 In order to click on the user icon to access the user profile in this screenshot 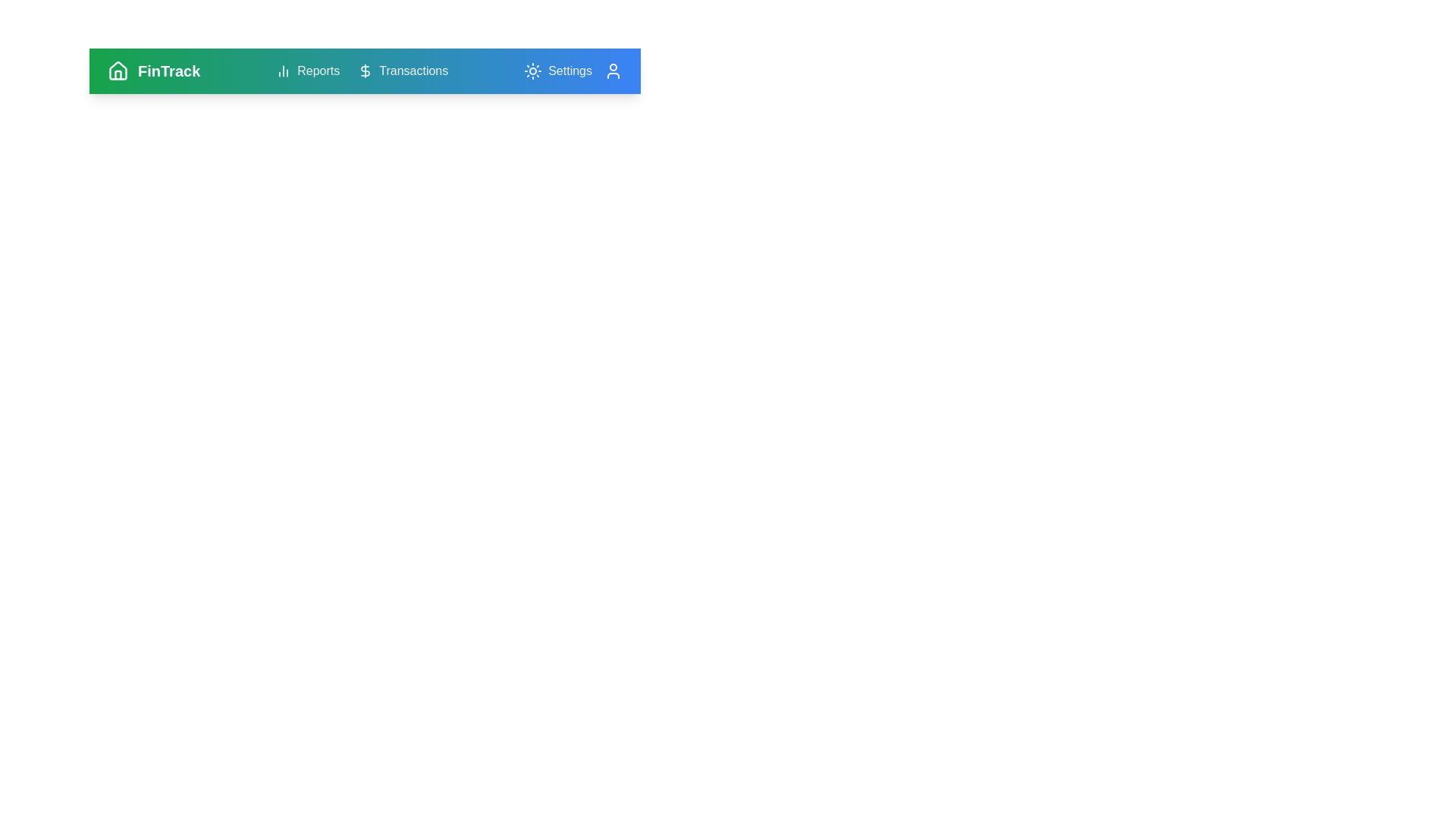, I will do `click(613, 71)`.